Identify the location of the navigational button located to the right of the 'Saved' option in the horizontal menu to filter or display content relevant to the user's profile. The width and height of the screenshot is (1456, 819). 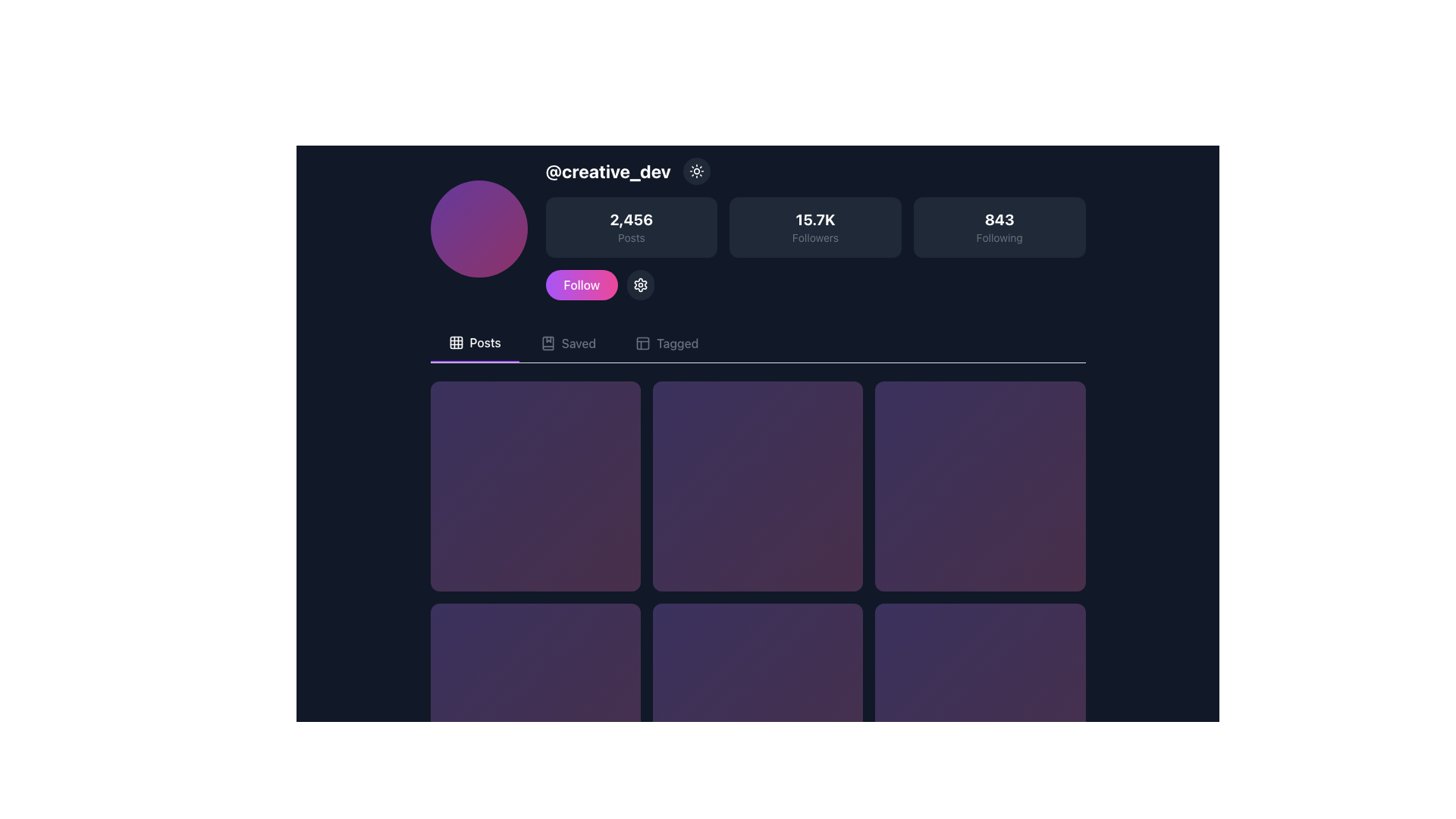
(667, 343).